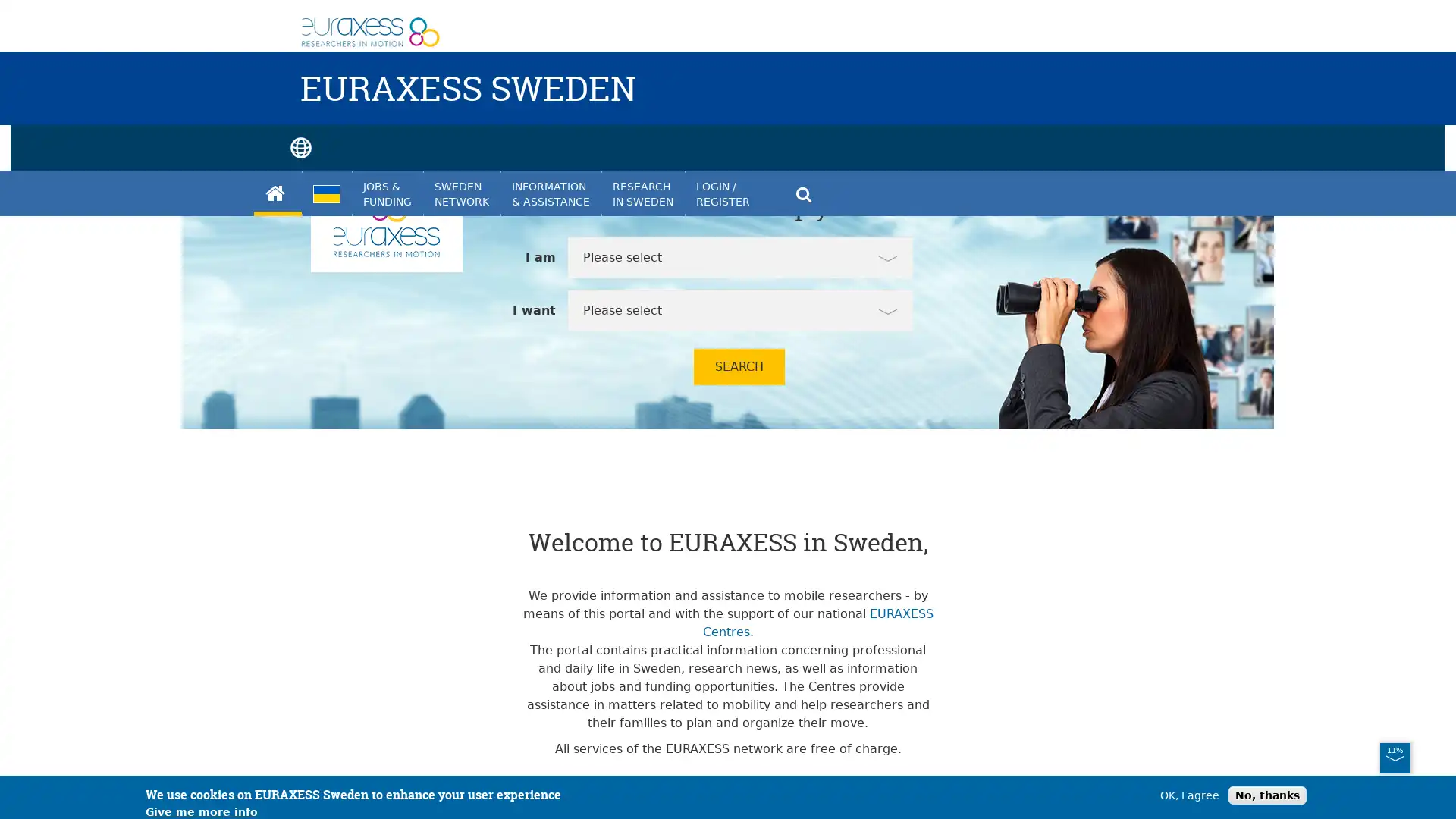  What do you see at coordinates (200, 811) in the screenshot?
I see `Give me more info` at bounding box center [200, 811].